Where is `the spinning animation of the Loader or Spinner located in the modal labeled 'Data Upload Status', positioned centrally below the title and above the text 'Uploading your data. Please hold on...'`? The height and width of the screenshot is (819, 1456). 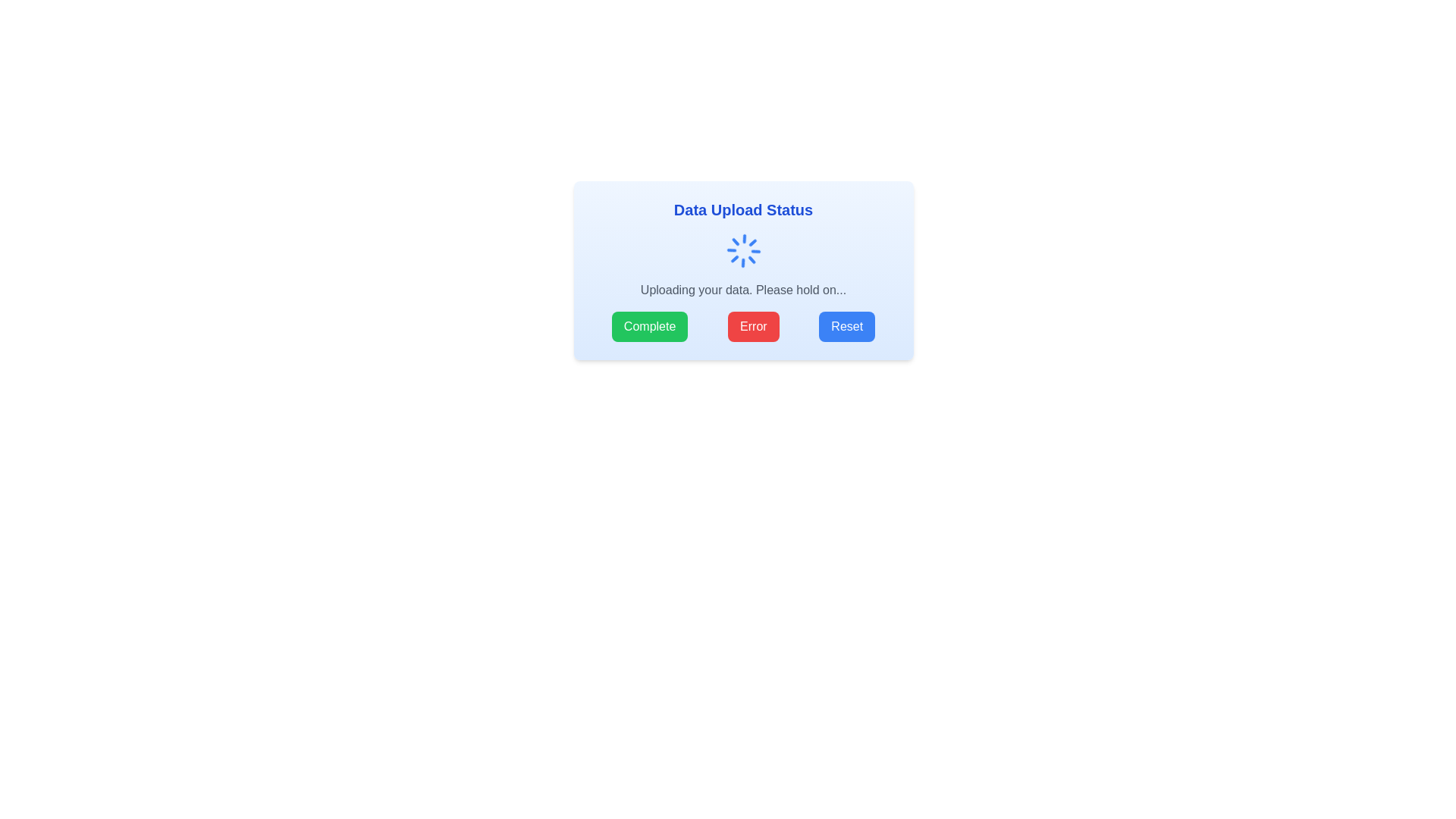 the spinning animation of the Loader or Spinner located in the modal labeled 'Data Upload Status', positioned centrally below the title and above the text 'Uploading your data. Please hold on...' is located at coordinates (743, 250).